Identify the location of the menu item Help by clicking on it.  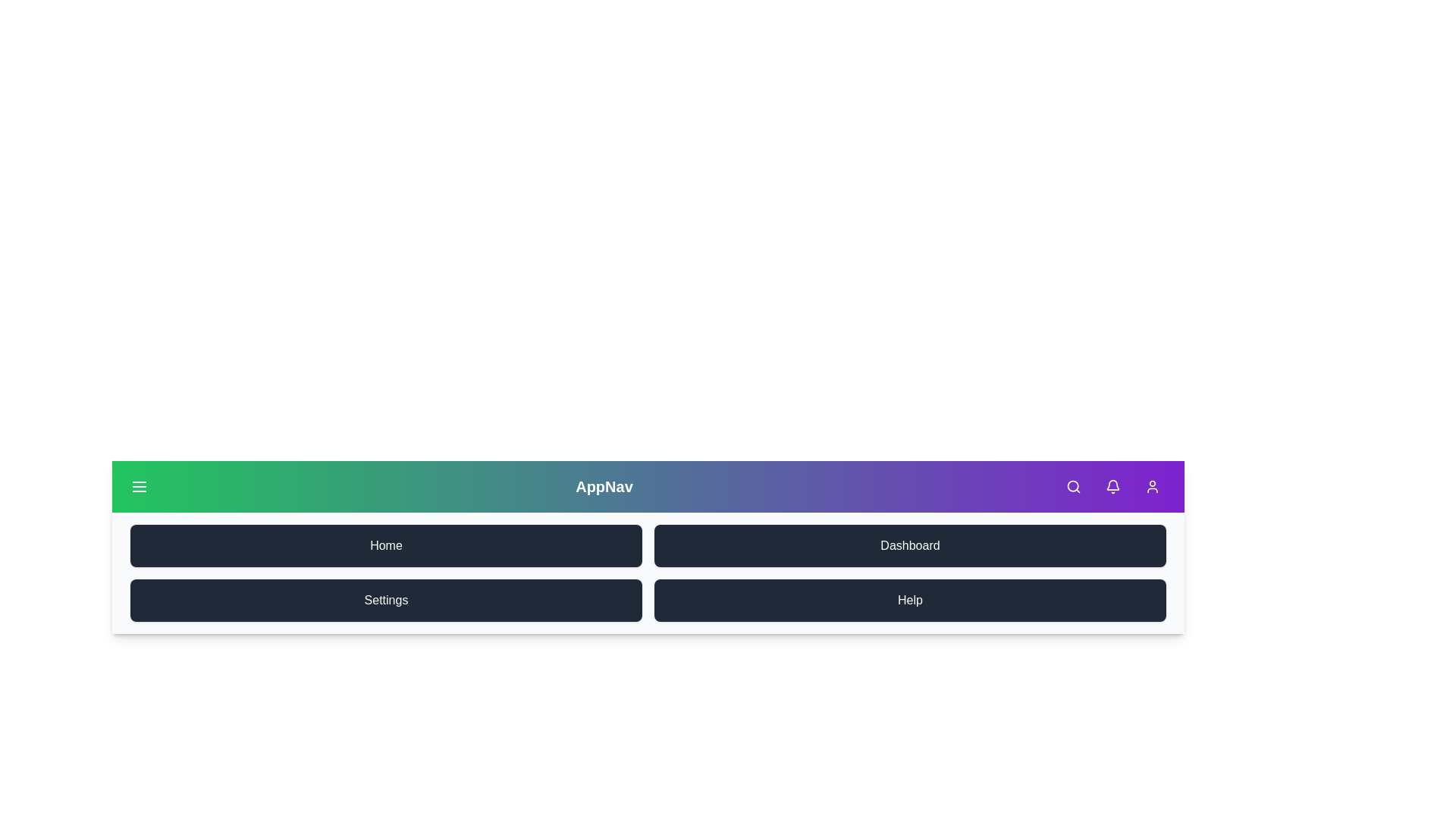
(910, 599).